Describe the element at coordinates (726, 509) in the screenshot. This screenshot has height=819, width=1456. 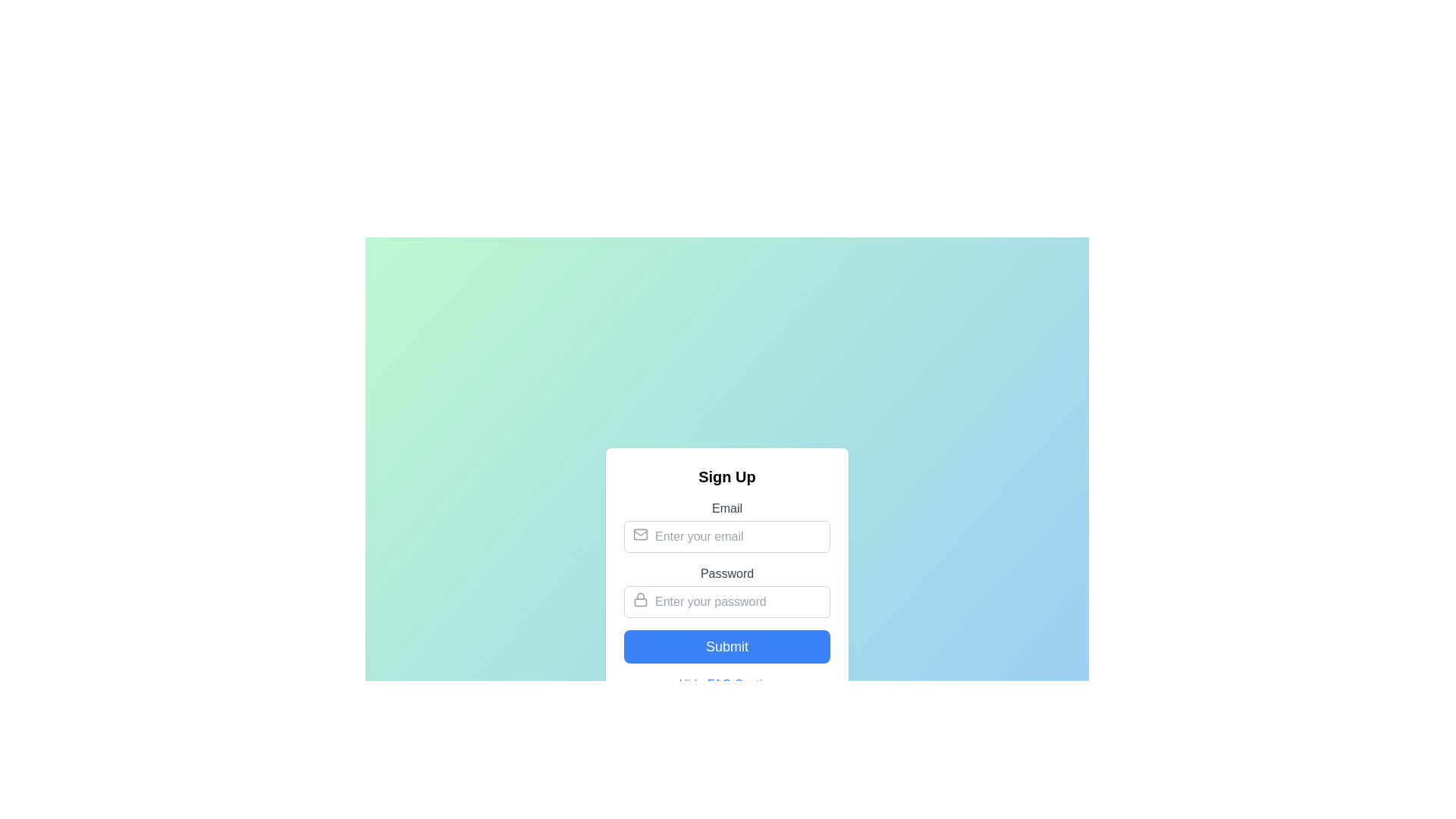
I see `the label that indicates the email input field, which is positioned directly above the email input in the form layout` at that location.